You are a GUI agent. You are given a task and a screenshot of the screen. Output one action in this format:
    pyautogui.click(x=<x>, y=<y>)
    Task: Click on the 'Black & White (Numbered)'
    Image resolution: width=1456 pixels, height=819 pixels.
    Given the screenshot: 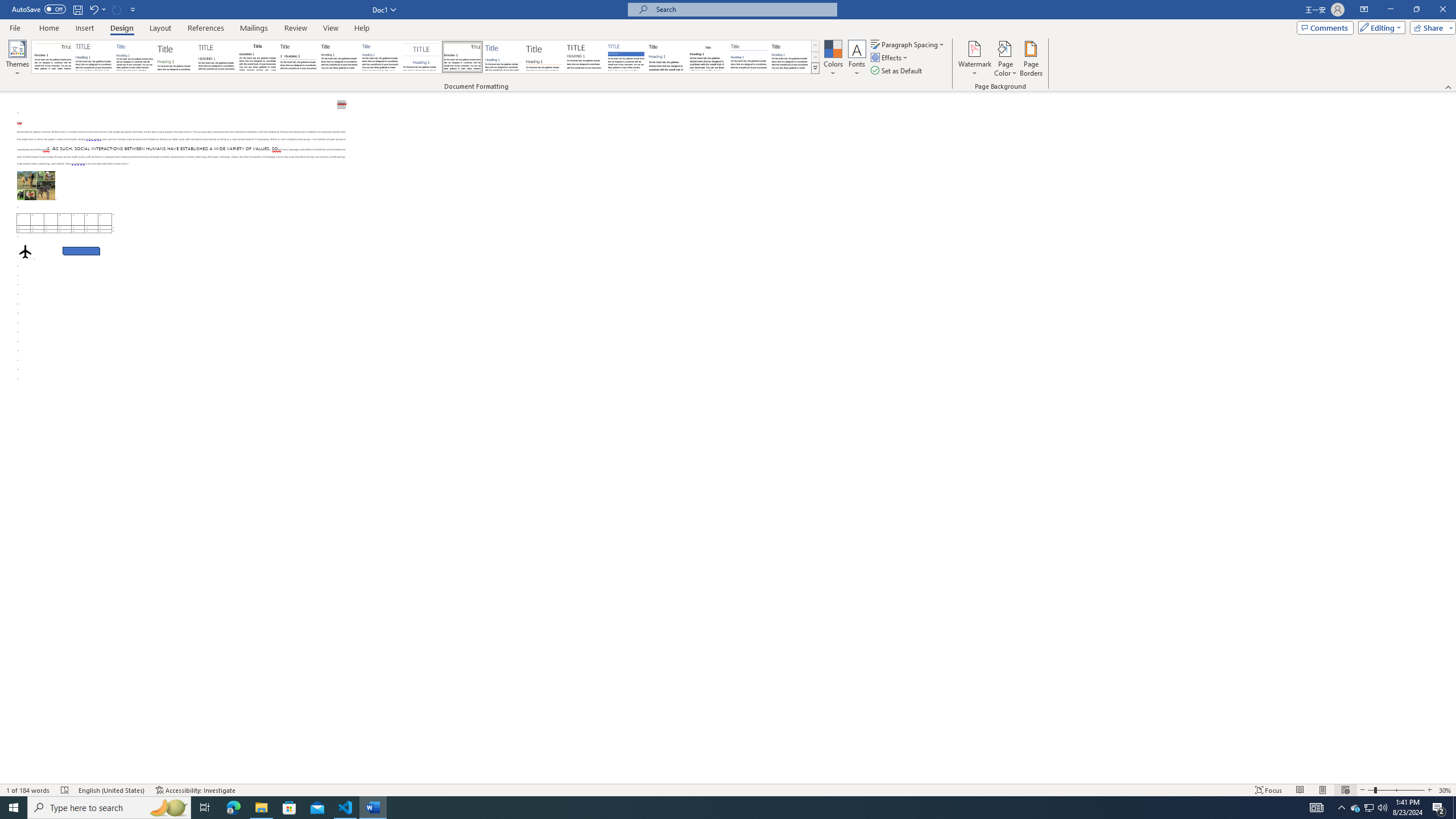 What is the action you would take?
    pyautogui.click(x=297, y=56)
    